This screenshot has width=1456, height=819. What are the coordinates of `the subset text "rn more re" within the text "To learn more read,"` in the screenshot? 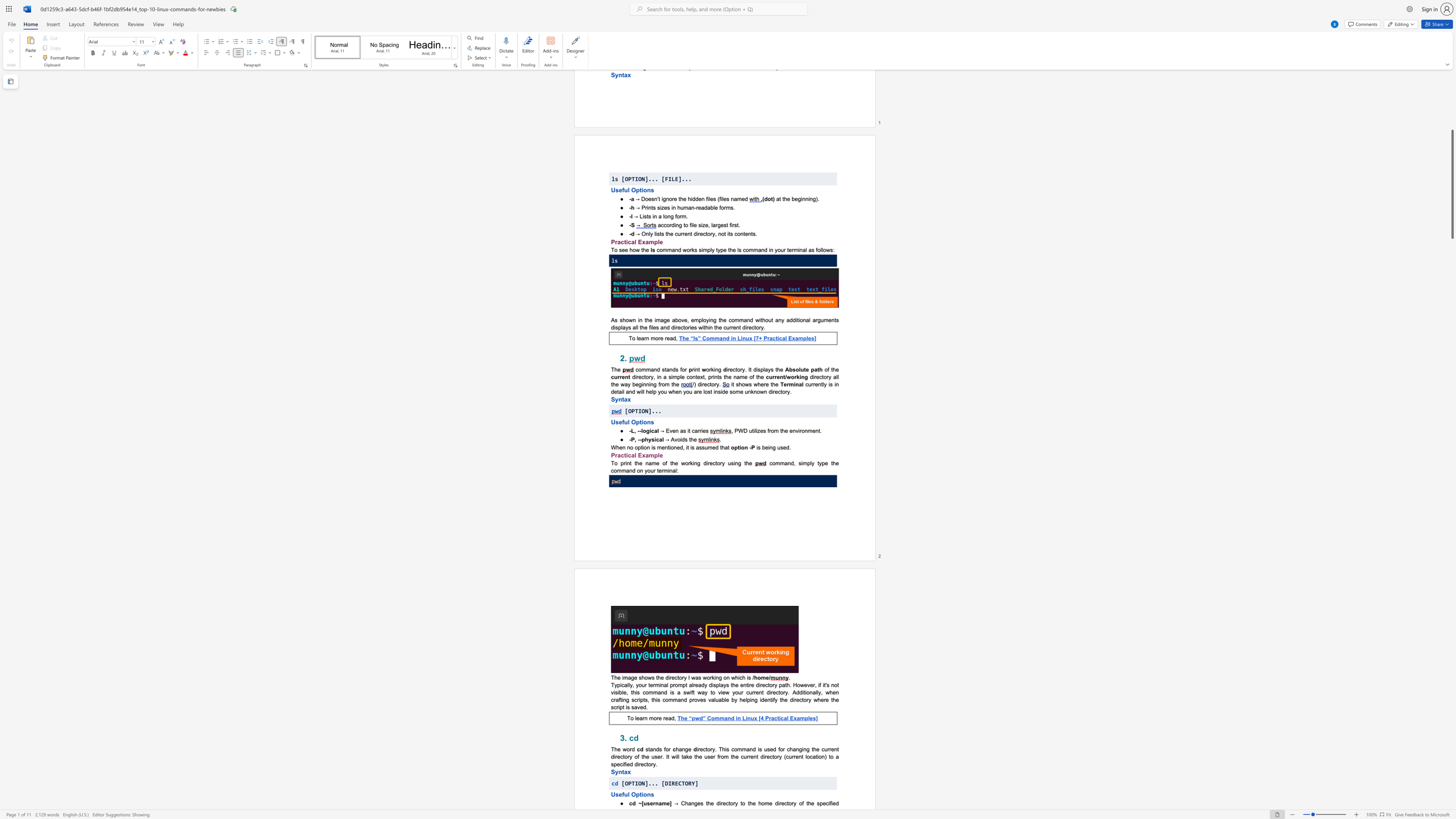 It's located at (642, 717).